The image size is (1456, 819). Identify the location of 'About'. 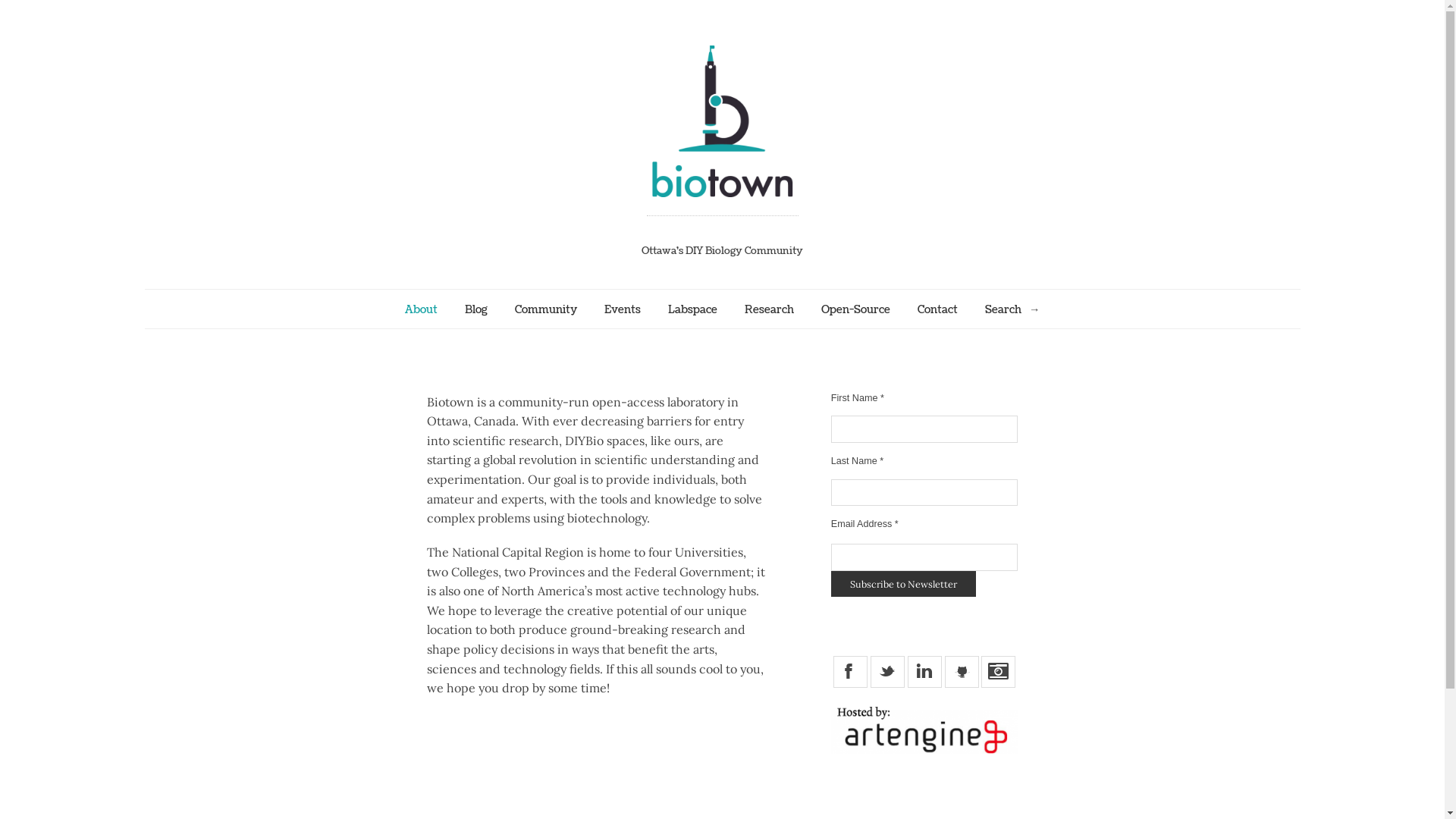
(421, 309).